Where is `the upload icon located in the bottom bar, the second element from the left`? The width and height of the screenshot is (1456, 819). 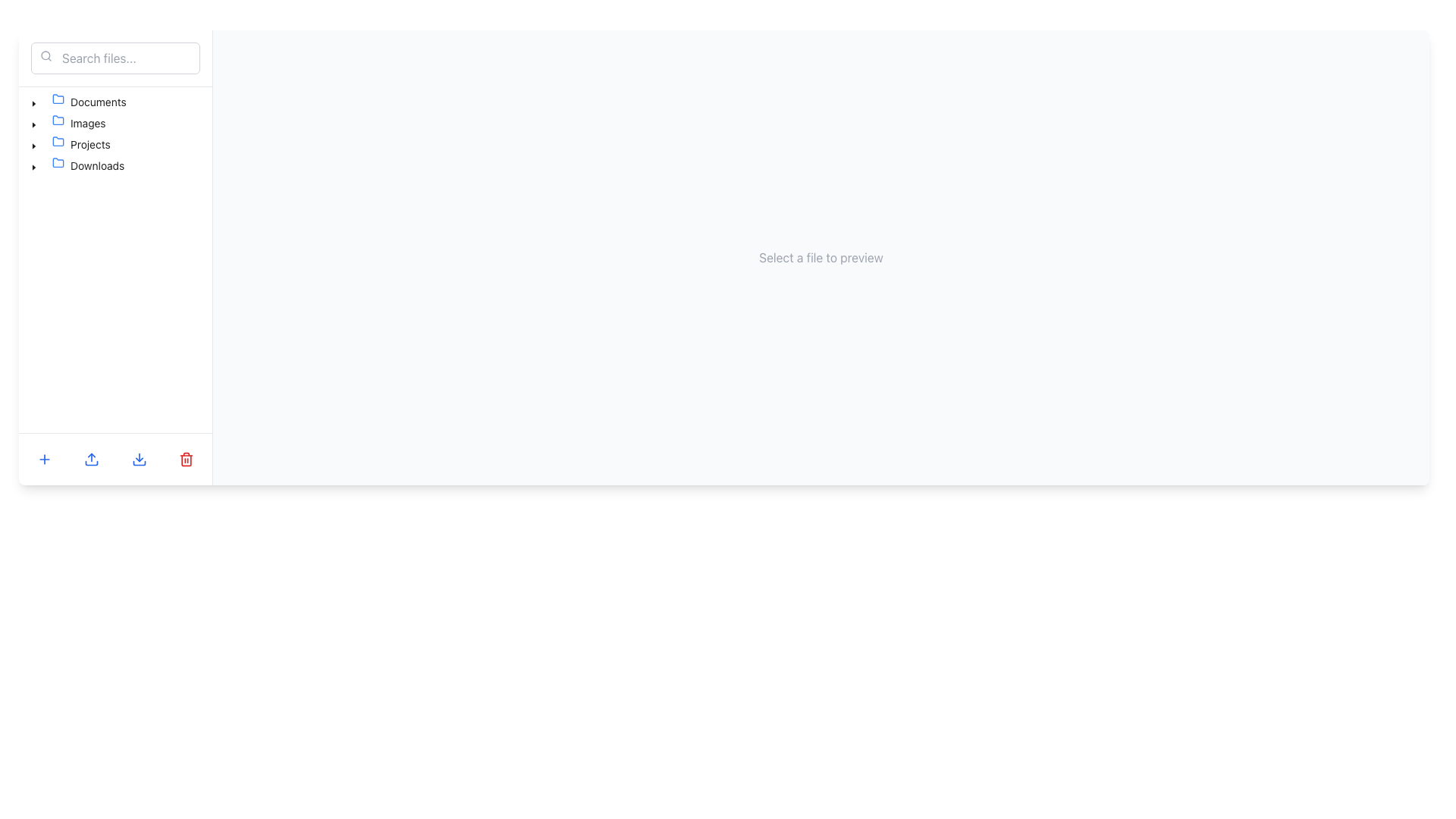
the upload icon located in the bottom bar, the second element from the left is located at coordinates (91, 458).